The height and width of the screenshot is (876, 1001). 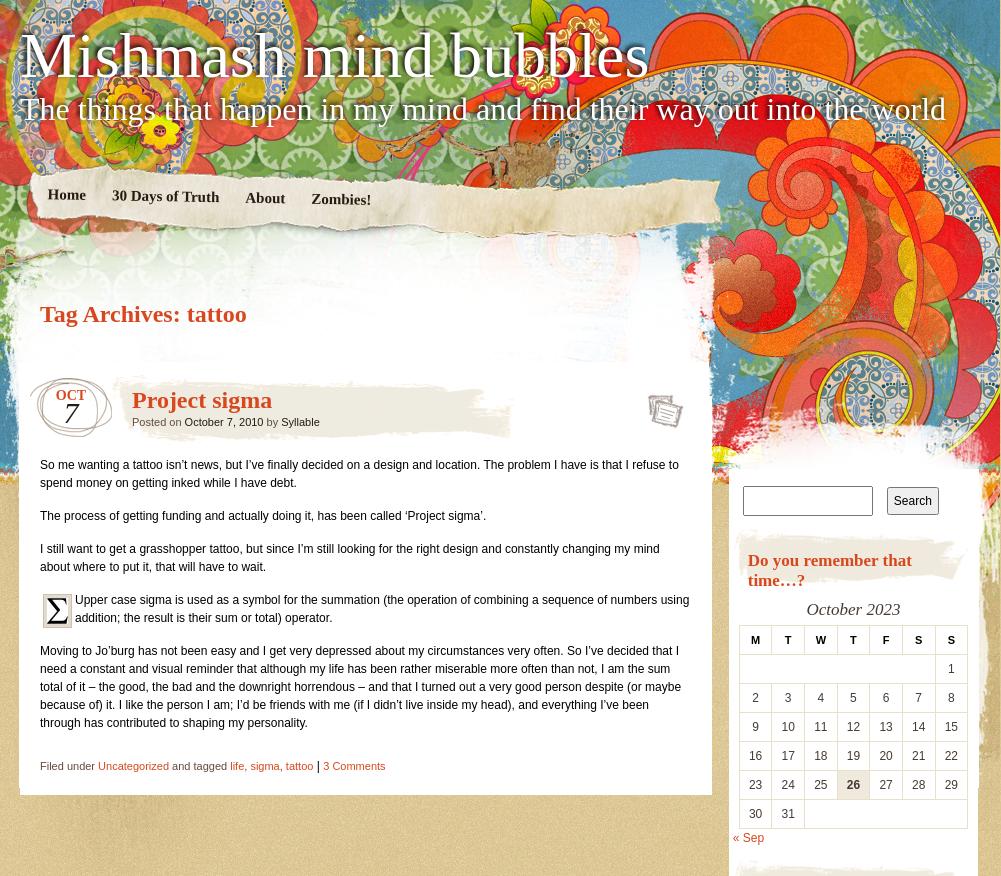 What do you see at coordinates (819, 640) in the screenshot?
I see `'W'` at bounding box center [819, 640].